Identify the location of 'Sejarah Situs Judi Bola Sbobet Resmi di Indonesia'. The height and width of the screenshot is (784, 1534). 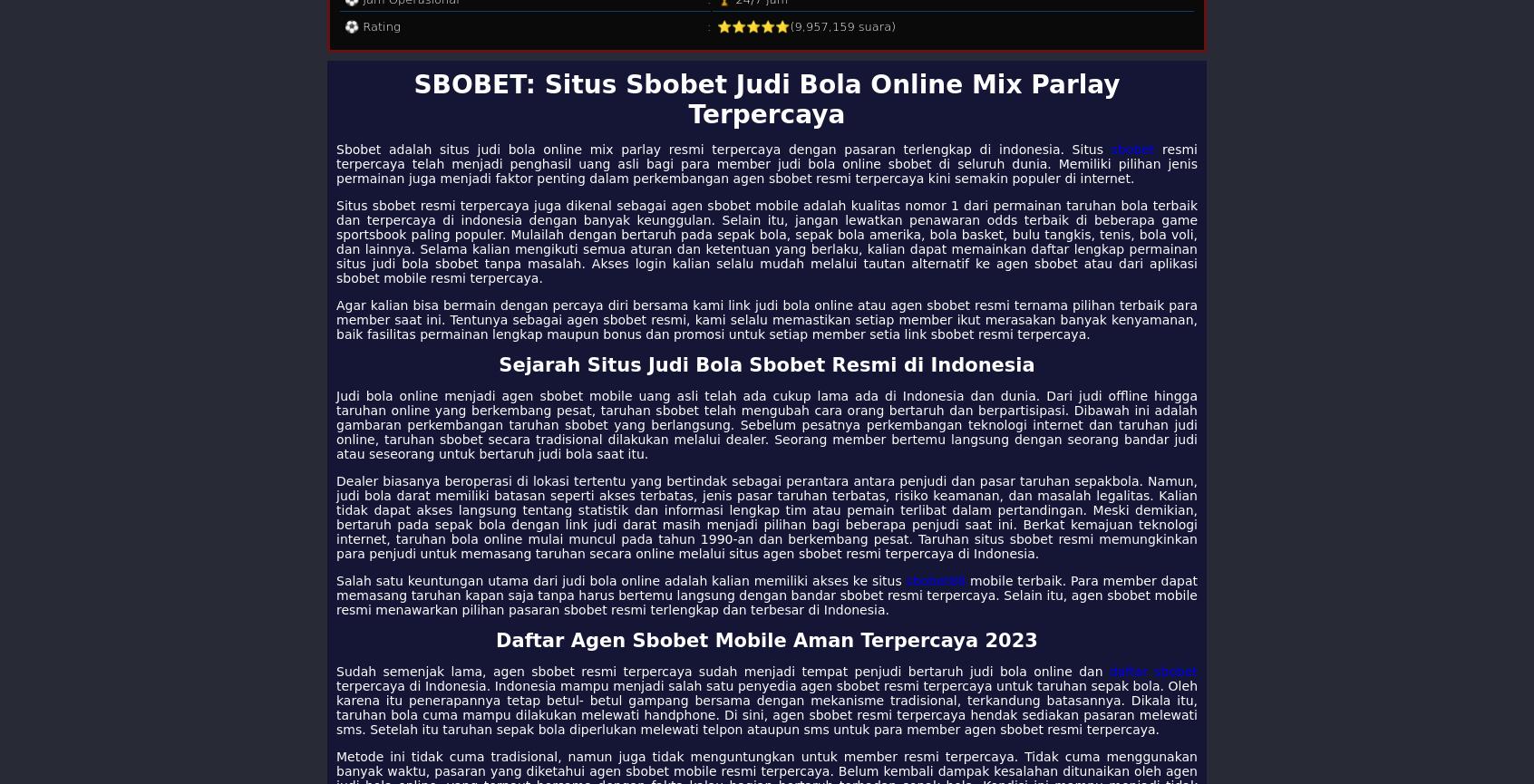
(766, 365).